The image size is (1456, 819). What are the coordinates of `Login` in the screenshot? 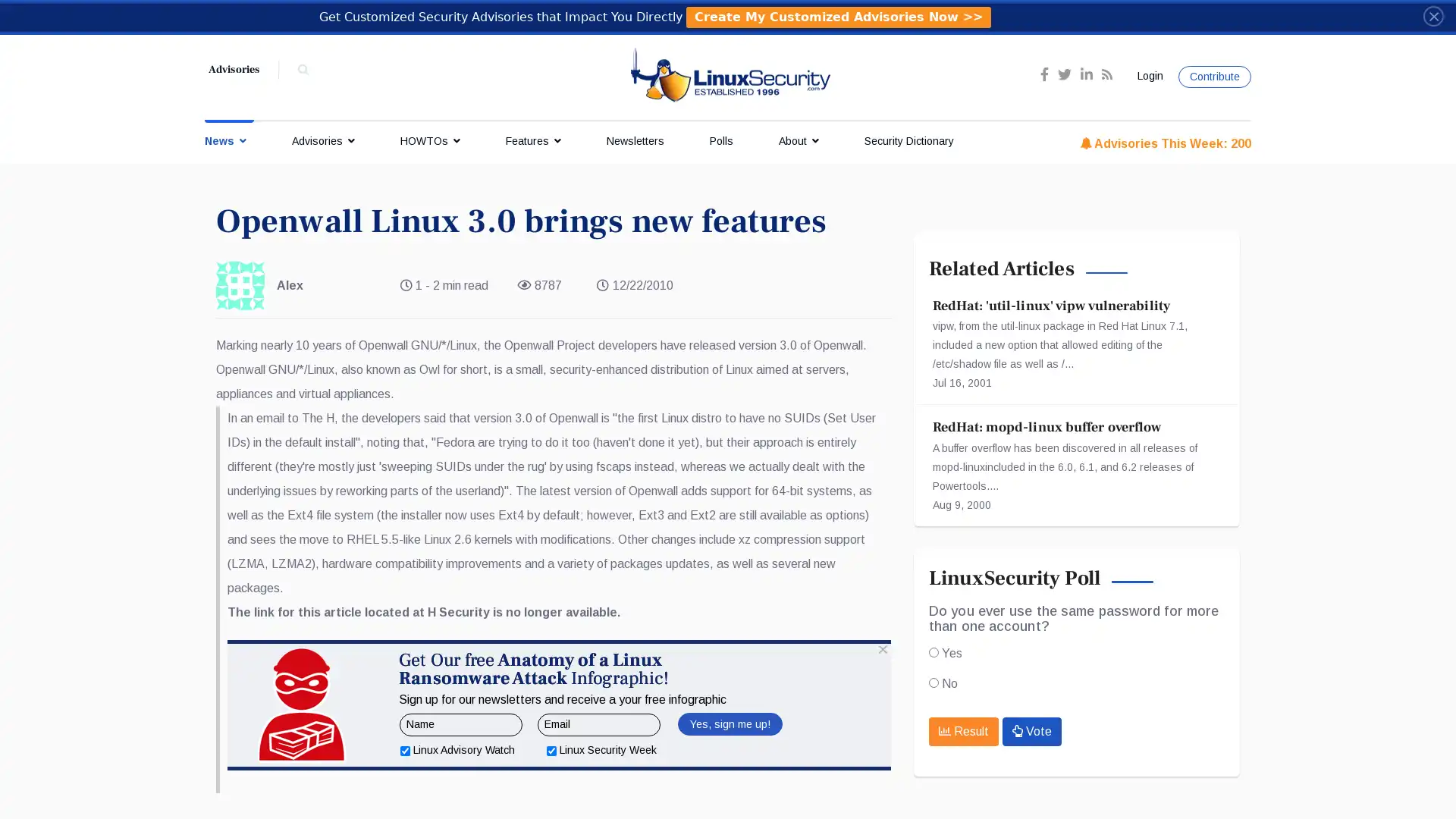 It's located at (1147, 76).